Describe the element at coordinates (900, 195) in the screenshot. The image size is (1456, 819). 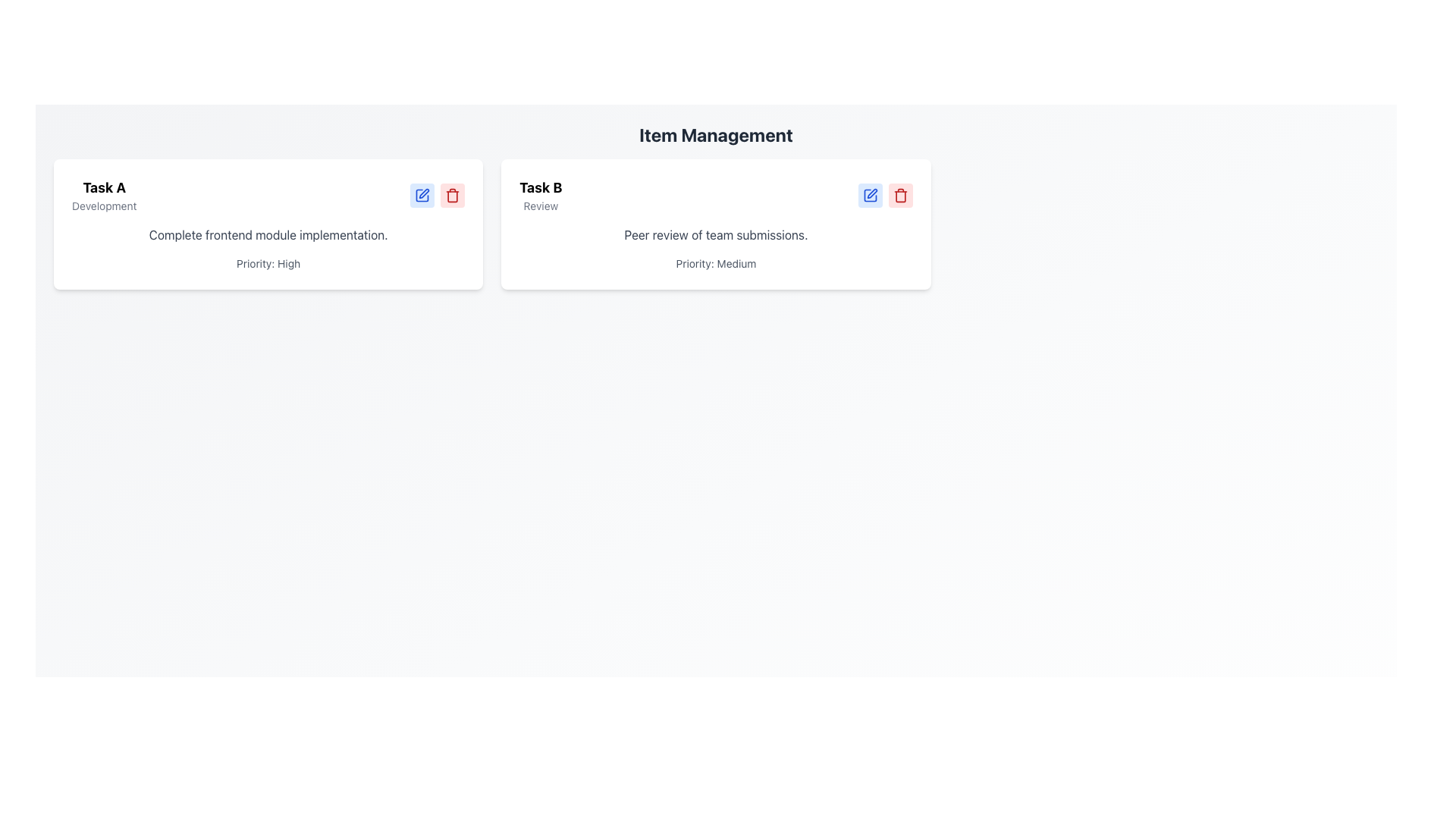
I see `the delete button located at the top-right corner of the Task B card` at that location.